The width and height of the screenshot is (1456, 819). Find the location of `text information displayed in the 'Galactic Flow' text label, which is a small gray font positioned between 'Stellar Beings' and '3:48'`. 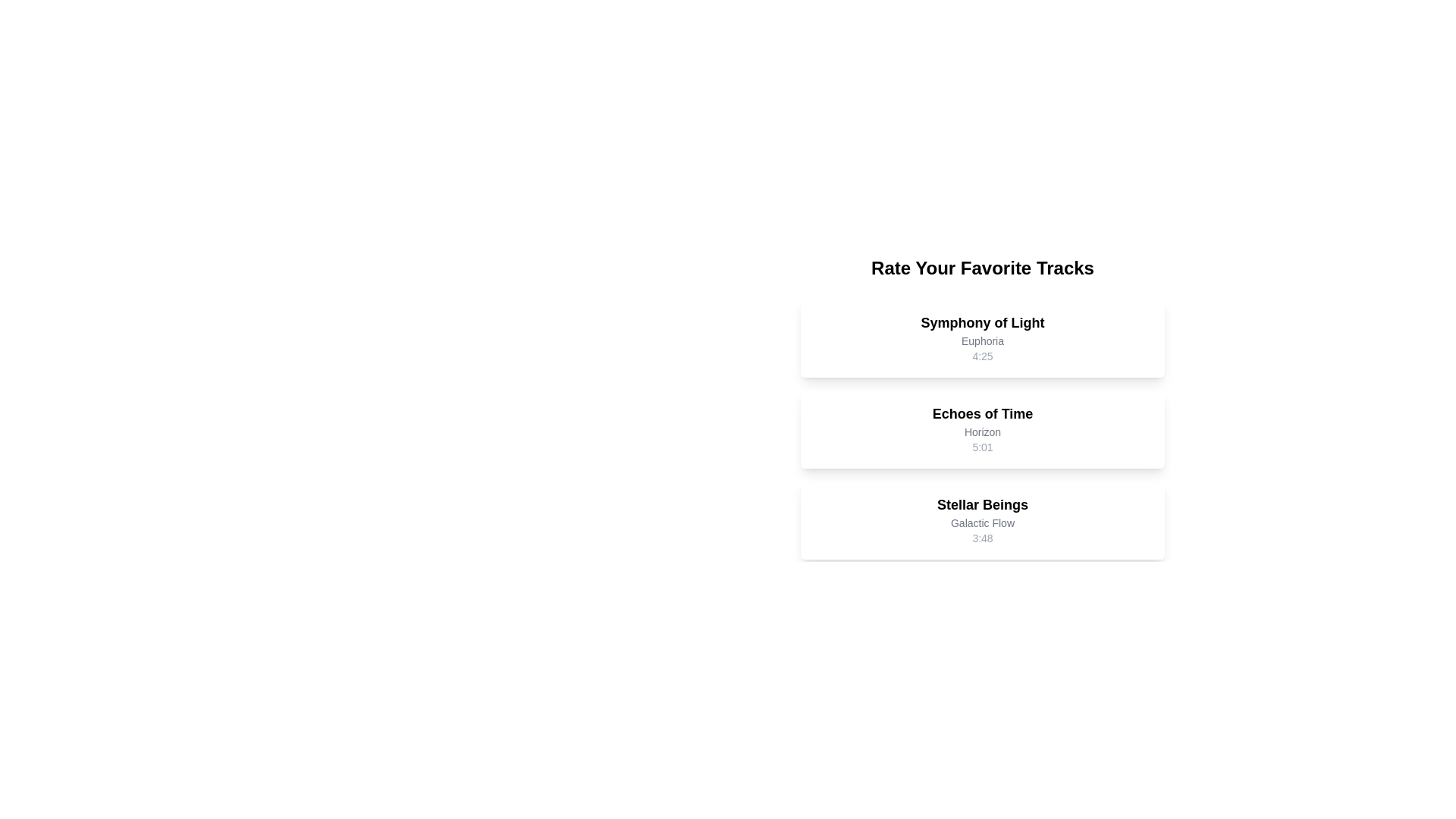

text information displayed in the 'Galactic Flow' text label, which is a small gray font positioned between 'Stellar Beings' and '3:48' is located at coordinates (983, 522).